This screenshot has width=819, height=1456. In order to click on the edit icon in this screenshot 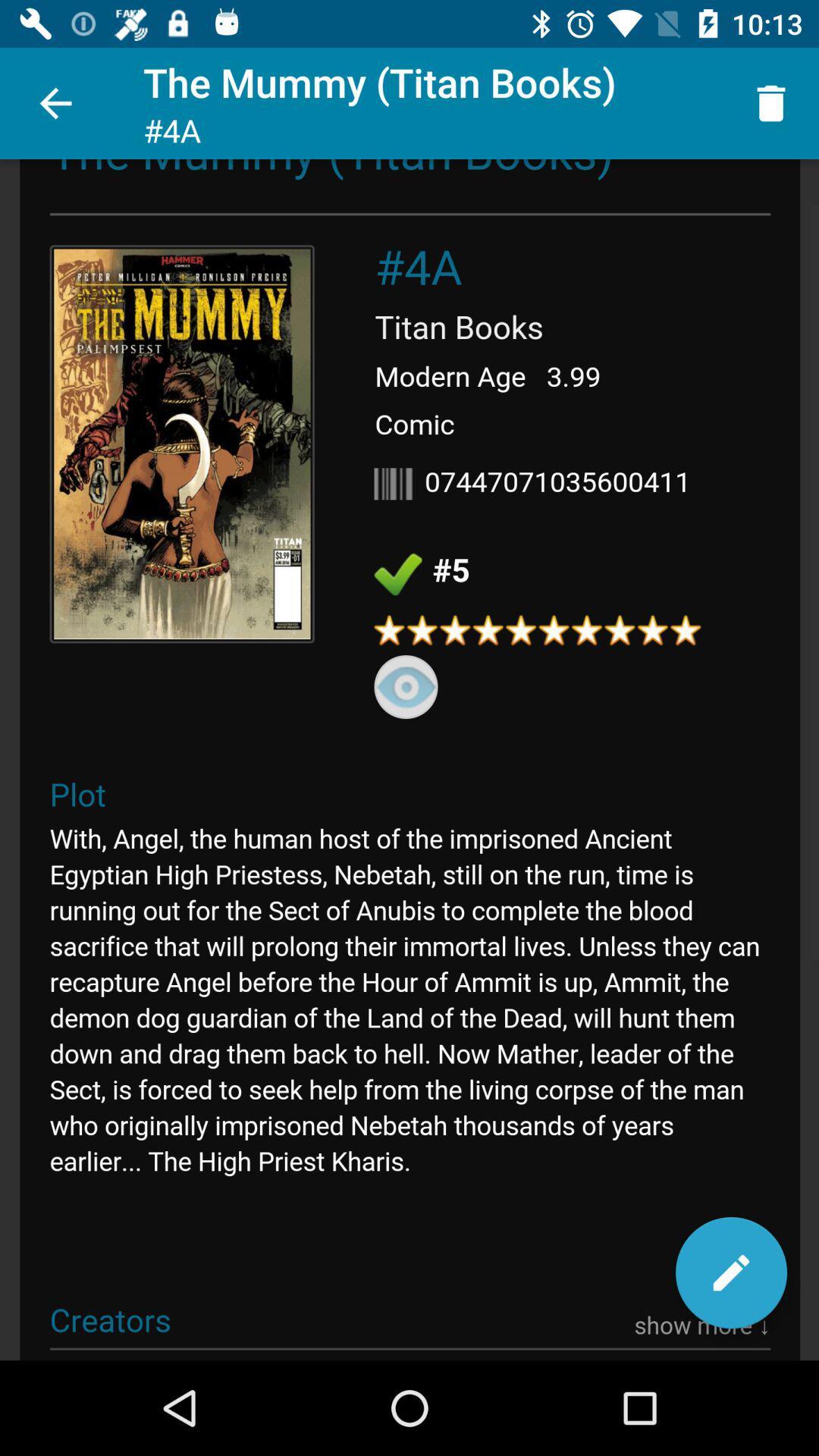, I will do `click(730, 1272)`.